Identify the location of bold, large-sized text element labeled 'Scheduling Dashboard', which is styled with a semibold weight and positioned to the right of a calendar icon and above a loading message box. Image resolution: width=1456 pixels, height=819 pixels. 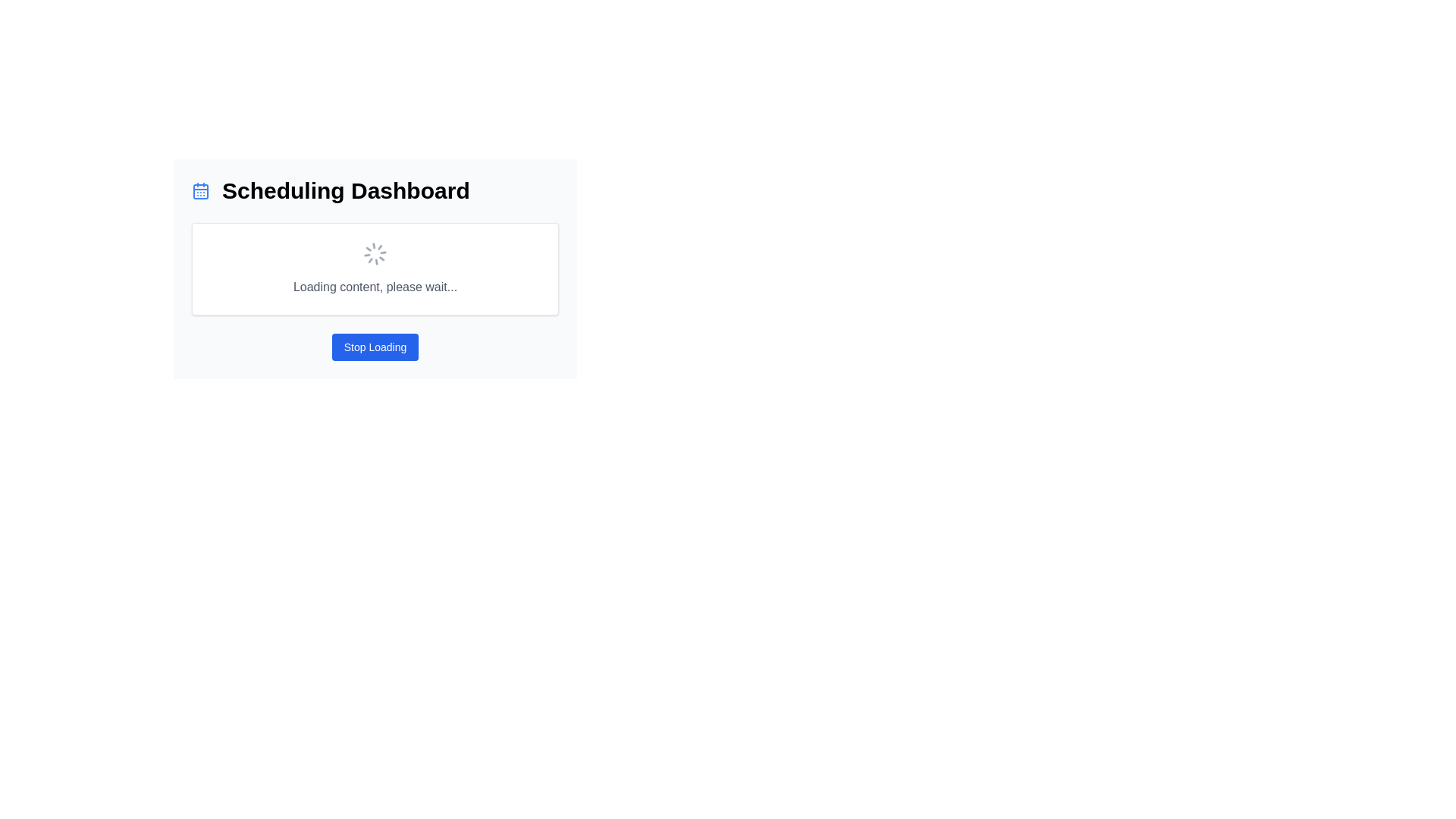
(345, 190).